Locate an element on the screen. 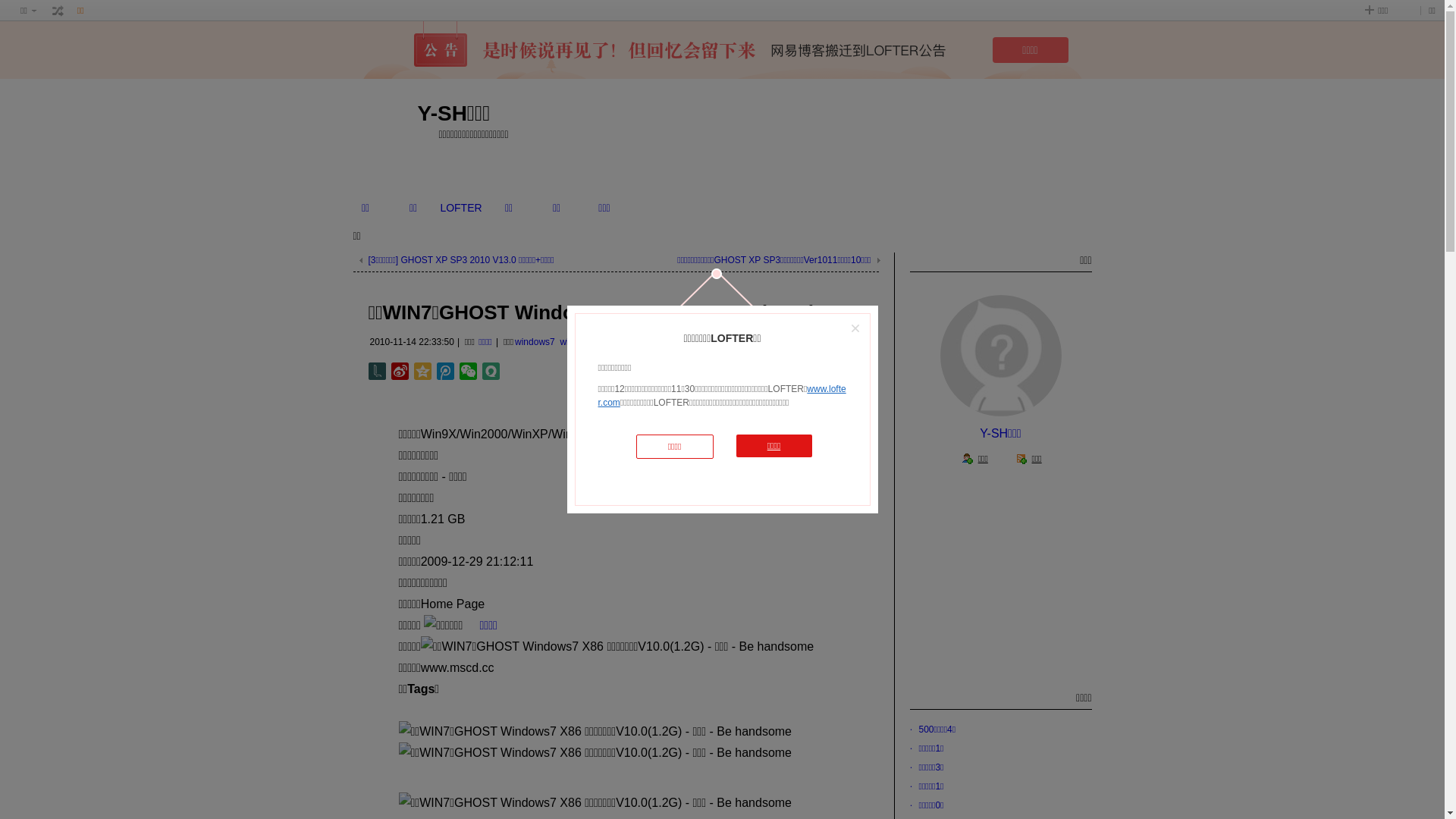  'windows7' is located at coordinates (535, 342).